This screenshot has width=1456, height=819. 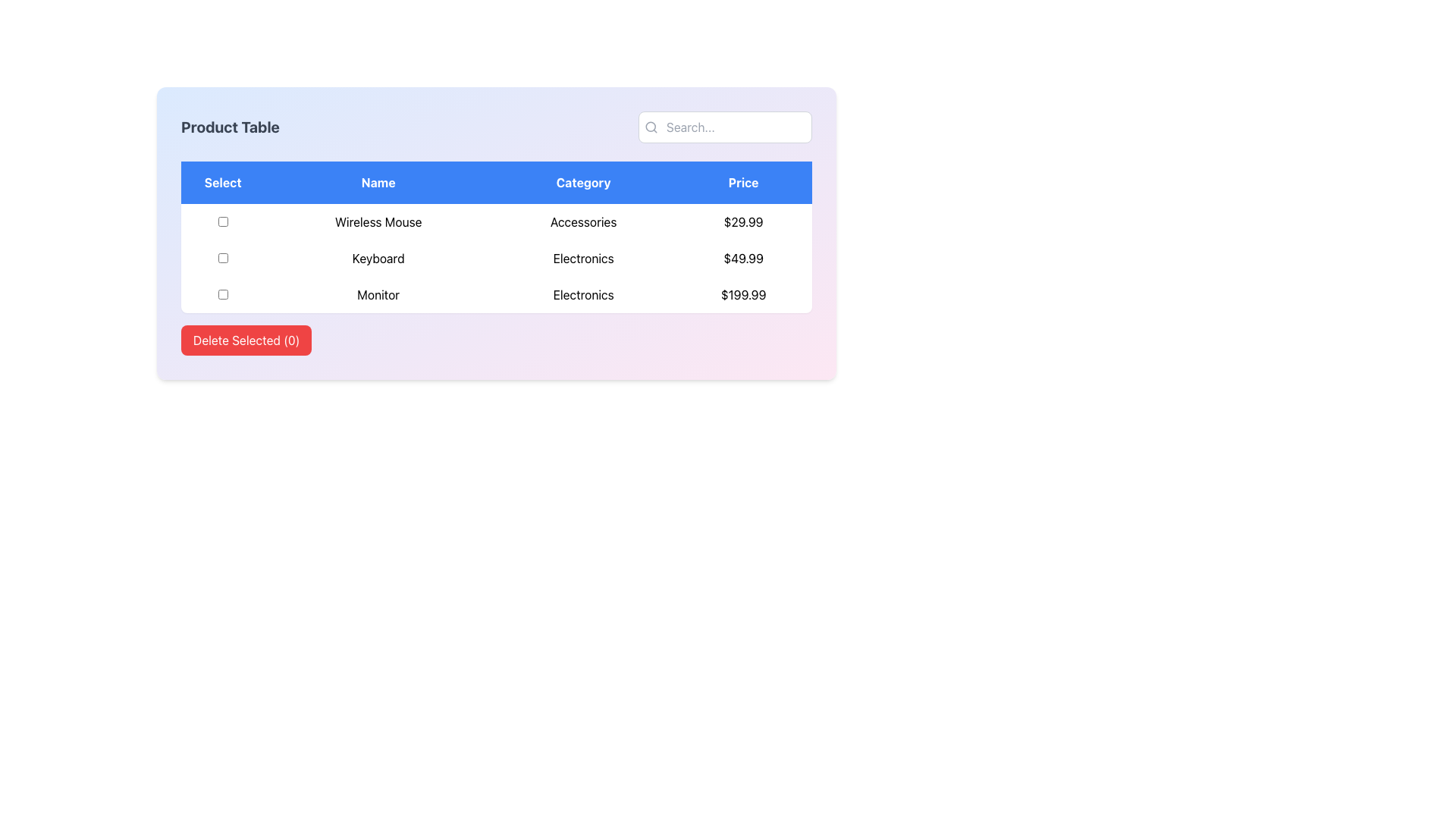 I want to click on the checkbox labeled 'Monitor' in the product table, so click(x=221, y=294).